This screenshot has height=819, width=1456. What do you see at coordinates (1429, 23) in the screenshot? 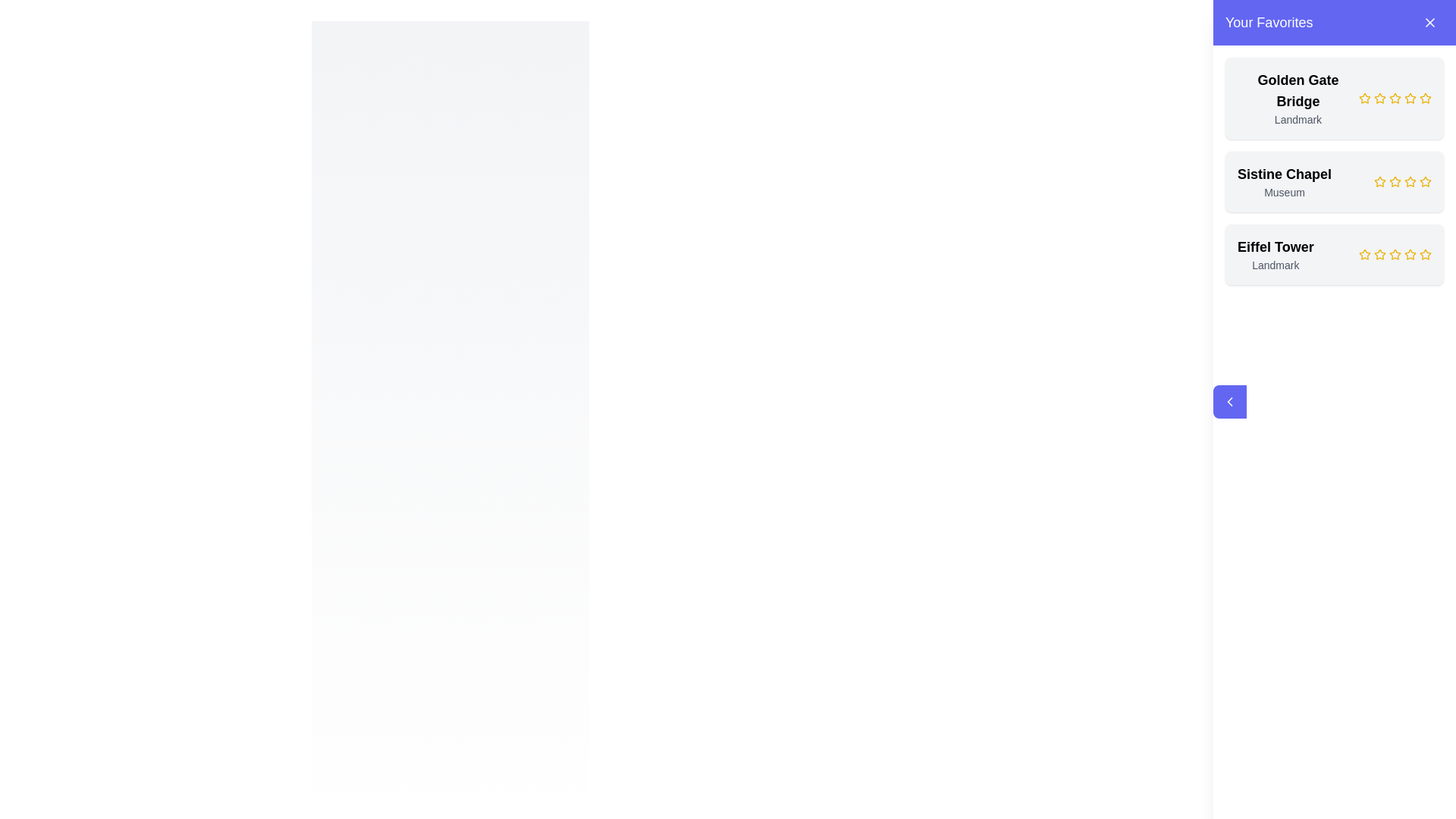
I see `the small rounded purple button with a white 'X' icon located in the top-right corner of the 'Your Favorites' header section` at bounding box center [1429, 23].